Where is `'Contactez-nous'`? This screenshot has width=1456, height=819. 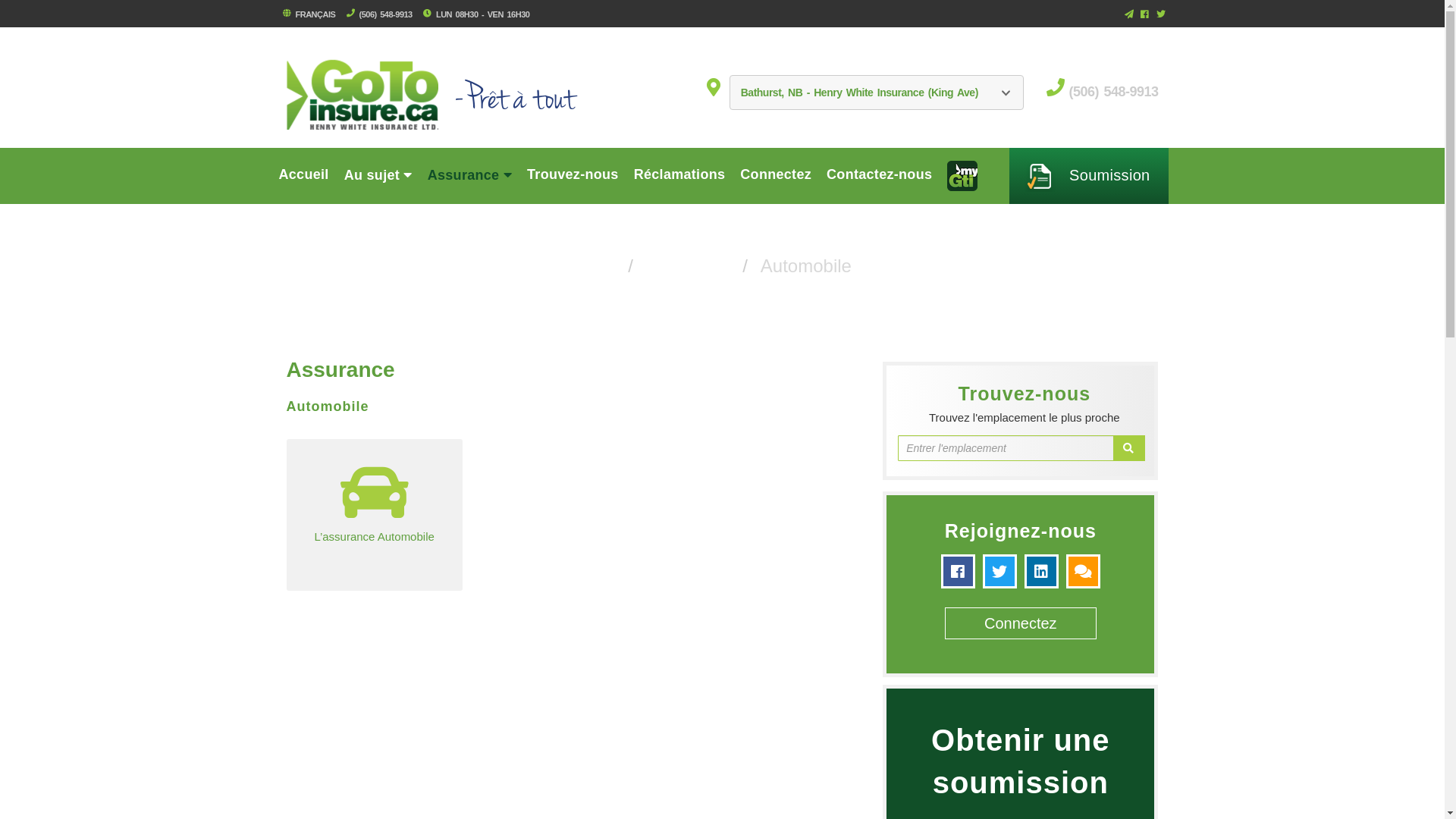 'Contactez-nous' is located at coordinates (879, 174).